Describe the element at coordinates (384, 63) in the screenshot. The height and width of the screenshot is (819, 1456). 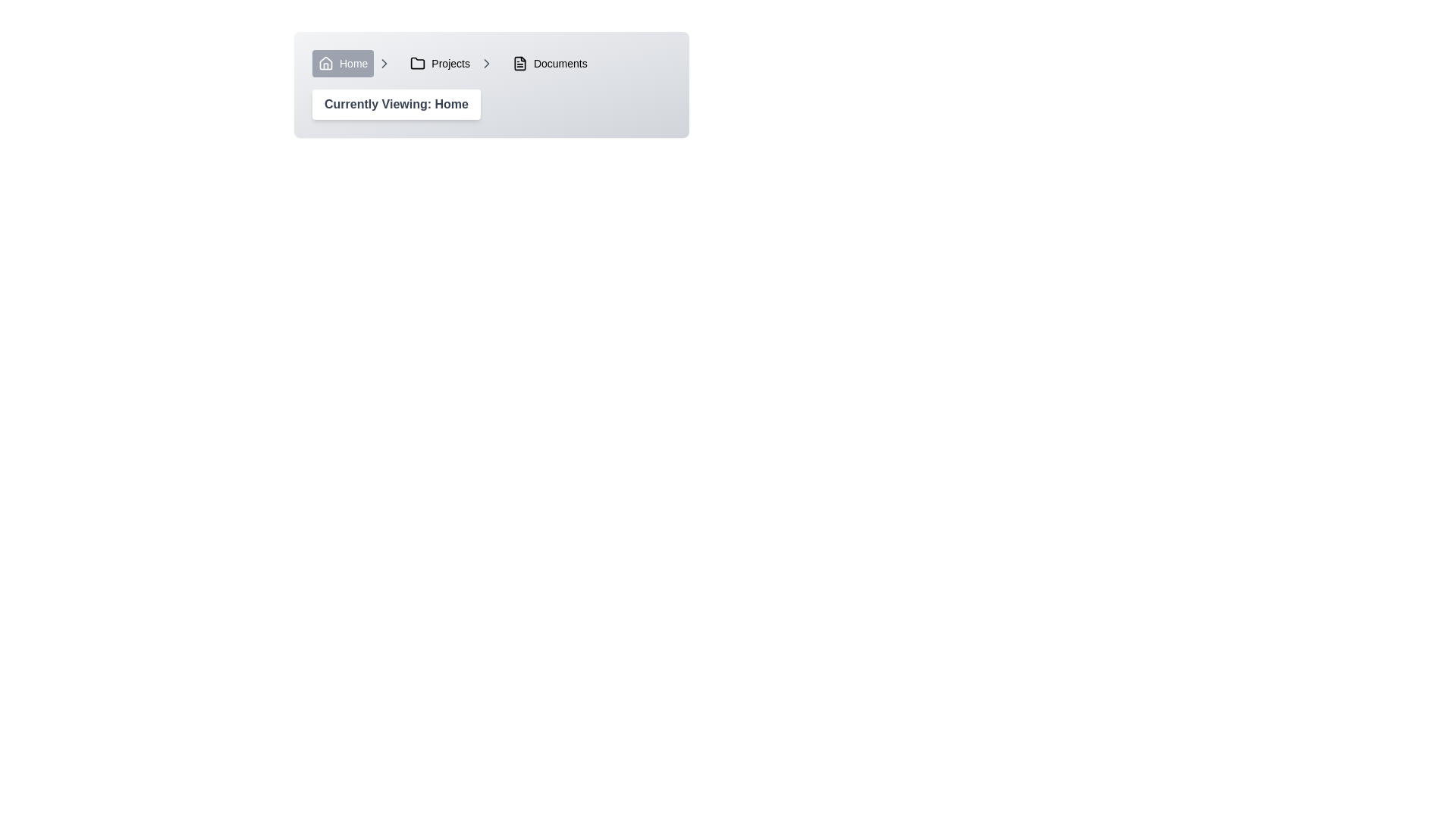
I see `the right chevron arrow icon adjacent to the Home text for navigation cues in the breadcrumb navigation interface` at that location.